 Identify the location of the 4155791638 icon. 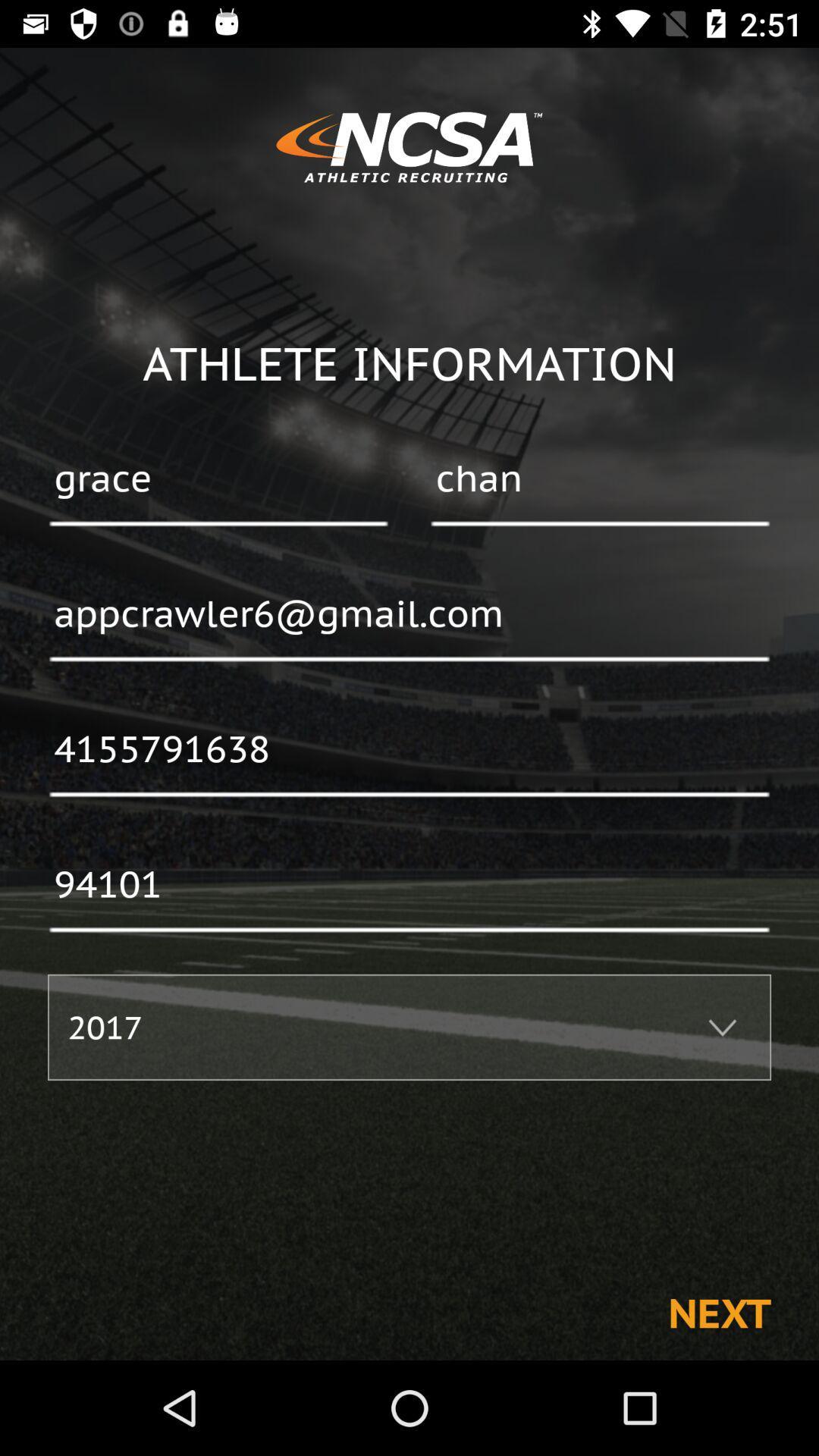
(409, 750).